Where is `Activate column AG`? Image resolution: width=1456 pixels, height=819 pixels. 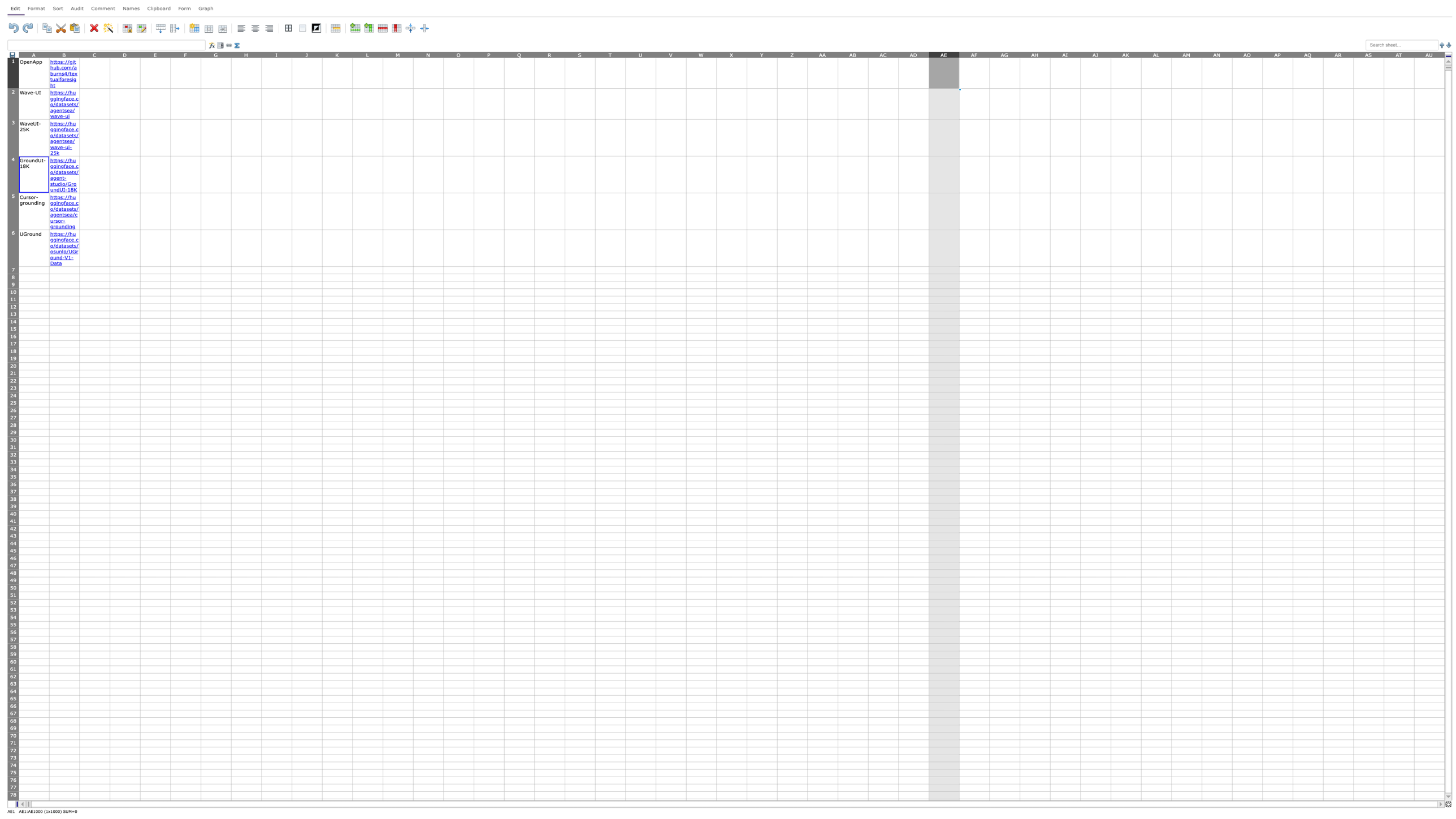 Activate column AG is located at coordinates (1004, 54).